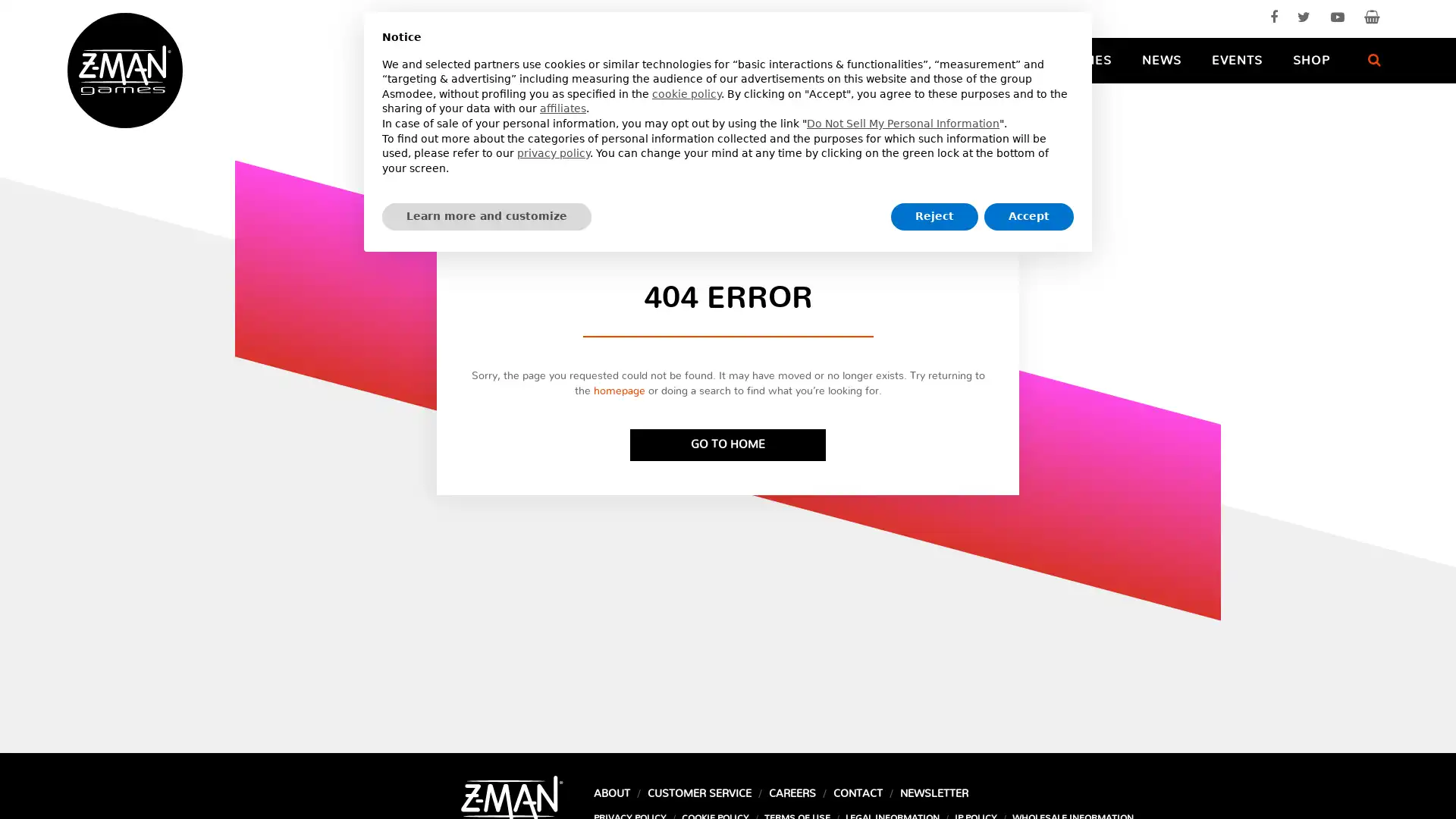  Describe the element at coordinates (487, 216) in the screenshot. I see `Learn more and customize` at that location.